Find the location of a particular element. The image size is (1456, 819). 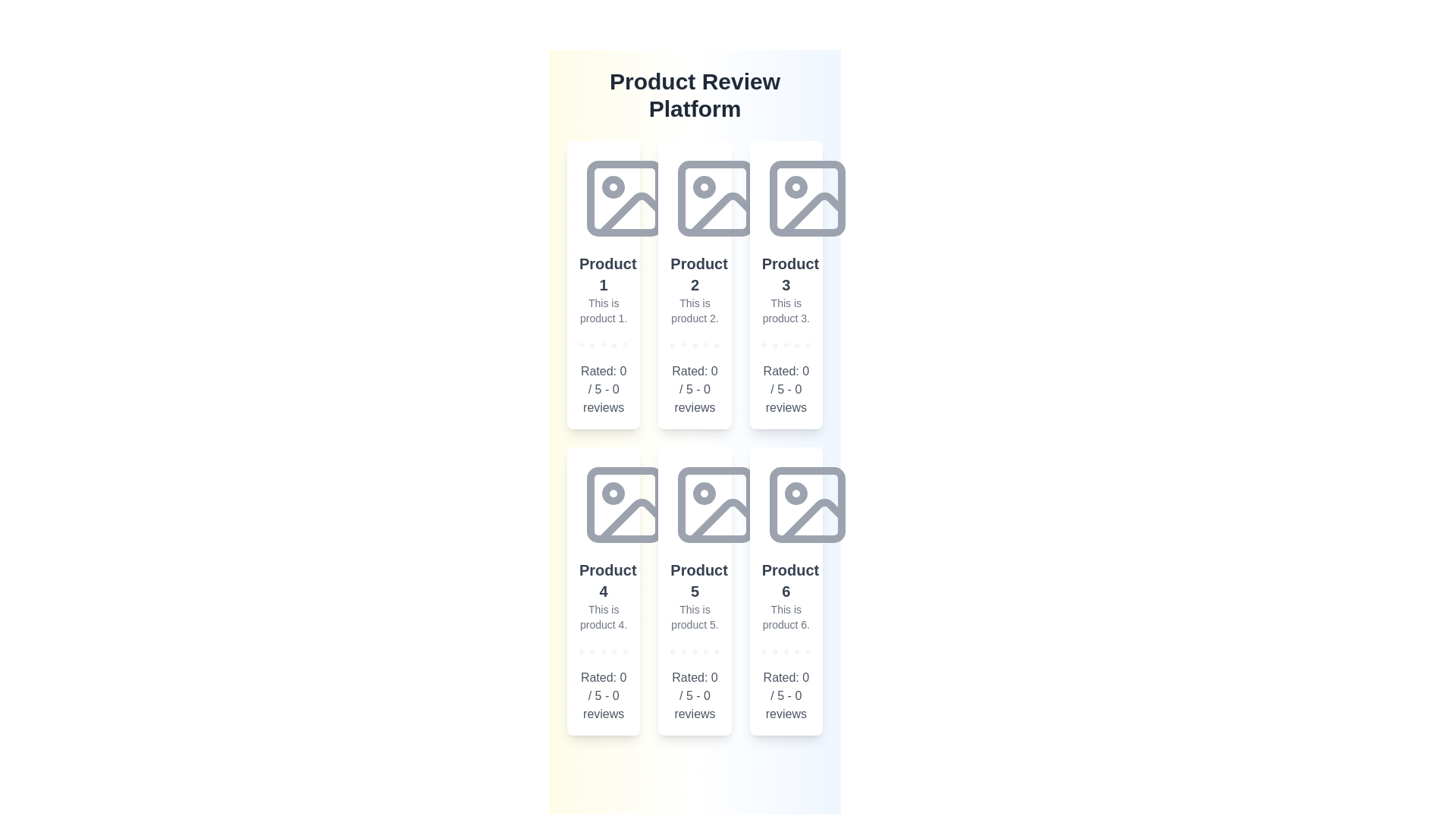

the details of the product card Product 6 is located at coordinates (786, 590).